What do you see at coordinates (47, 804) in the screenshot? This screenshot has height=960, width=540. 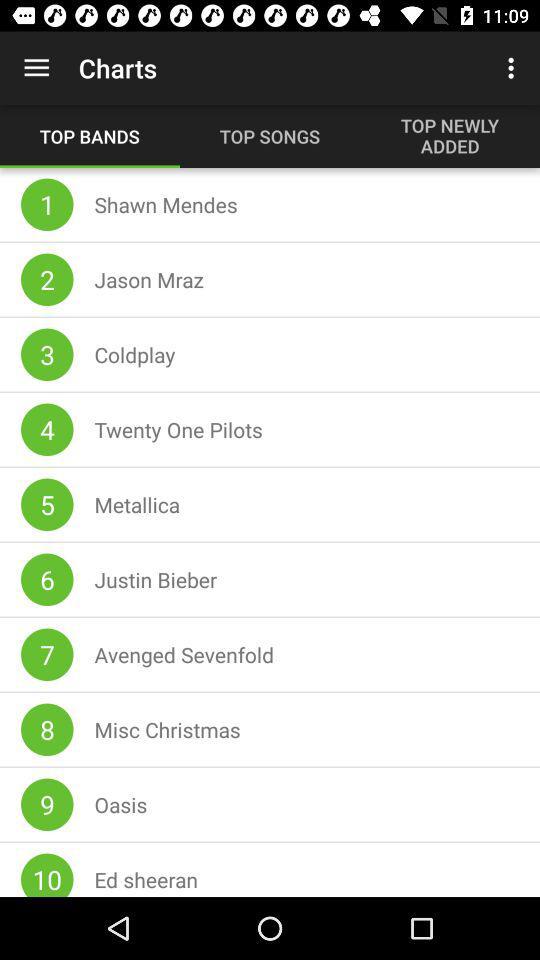 I see `the item below 8 icon` at bounding box center [47, 804].